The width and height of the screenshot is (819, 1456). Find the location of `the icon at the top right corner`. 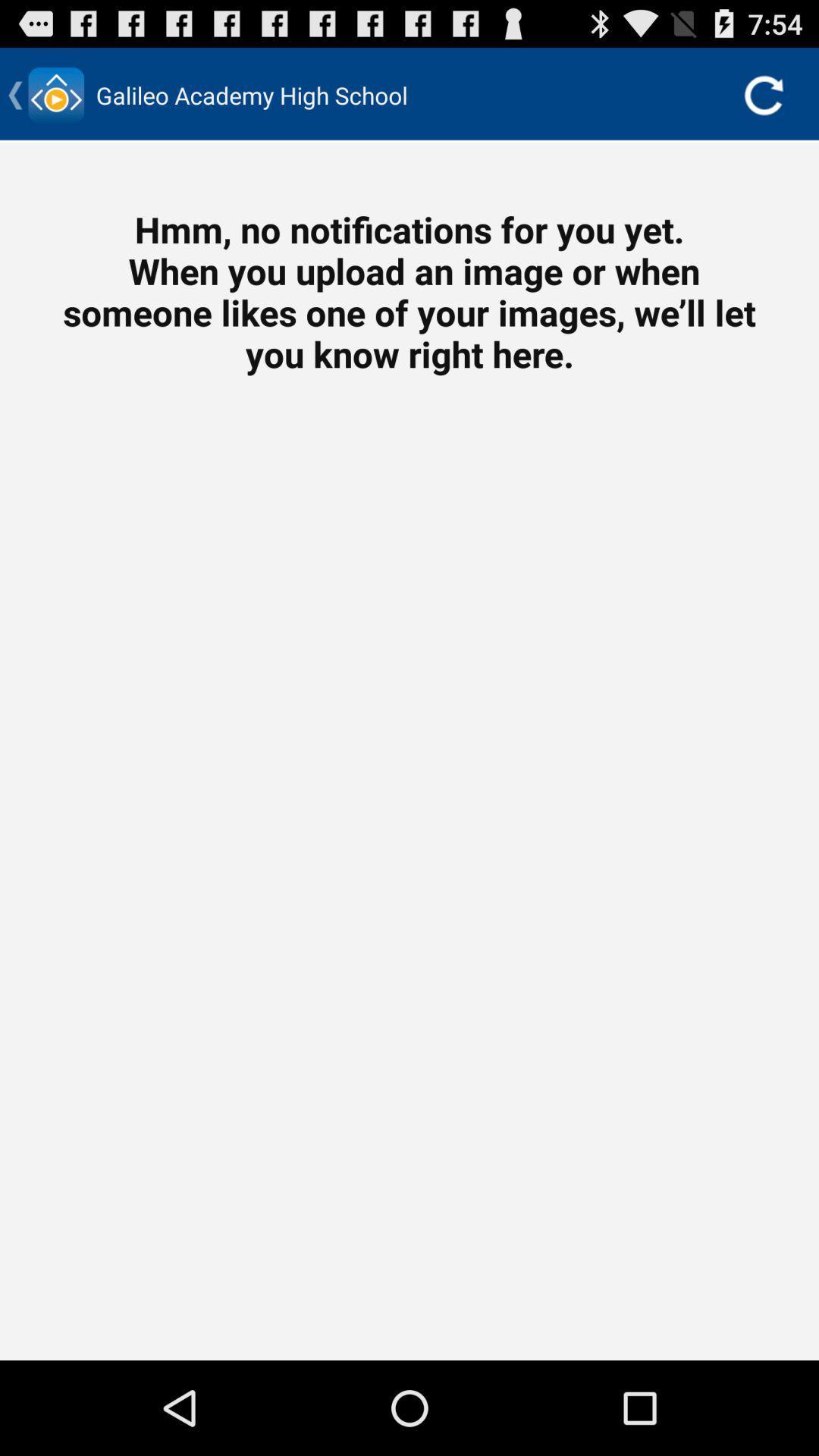

the icon at the top right corner is located at coordinates (763, 94).